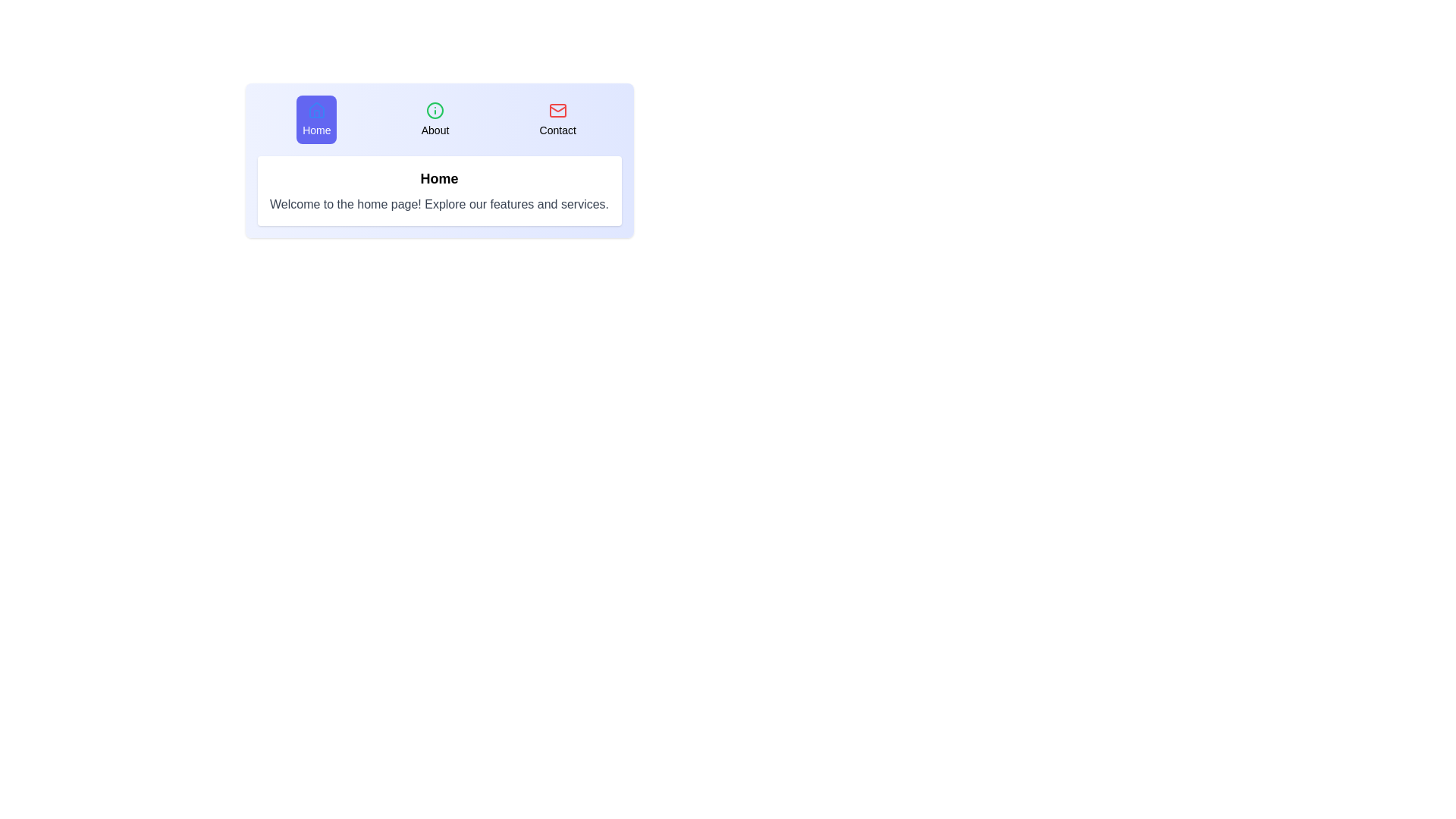 The width and height of the screenshot is (1456, 819). I want to click on the content area and read the displayed text, so click(438, 190).